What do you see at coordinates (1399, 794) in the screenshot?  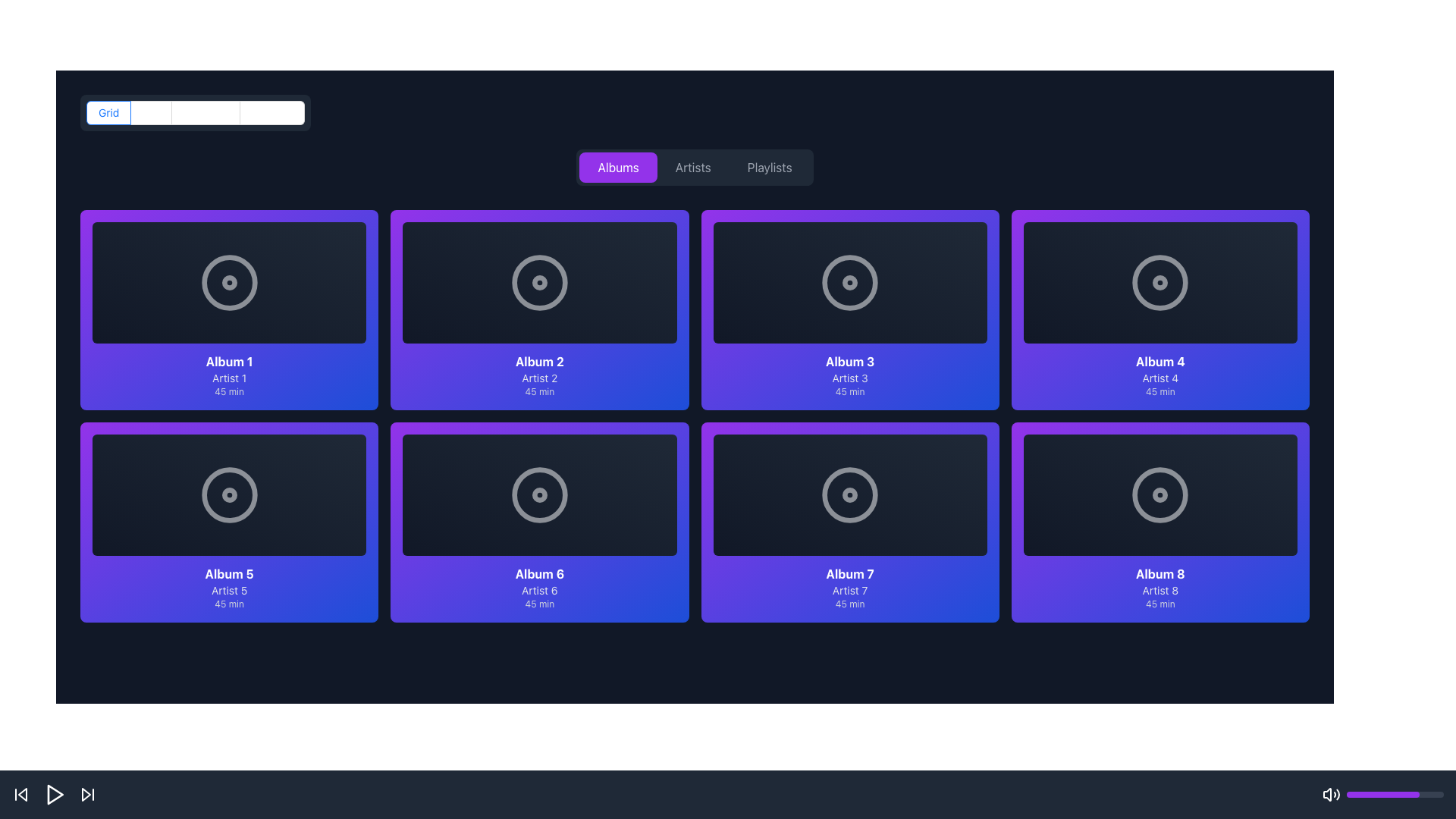 I see `the slider value` at bounding box center [1399, 794].